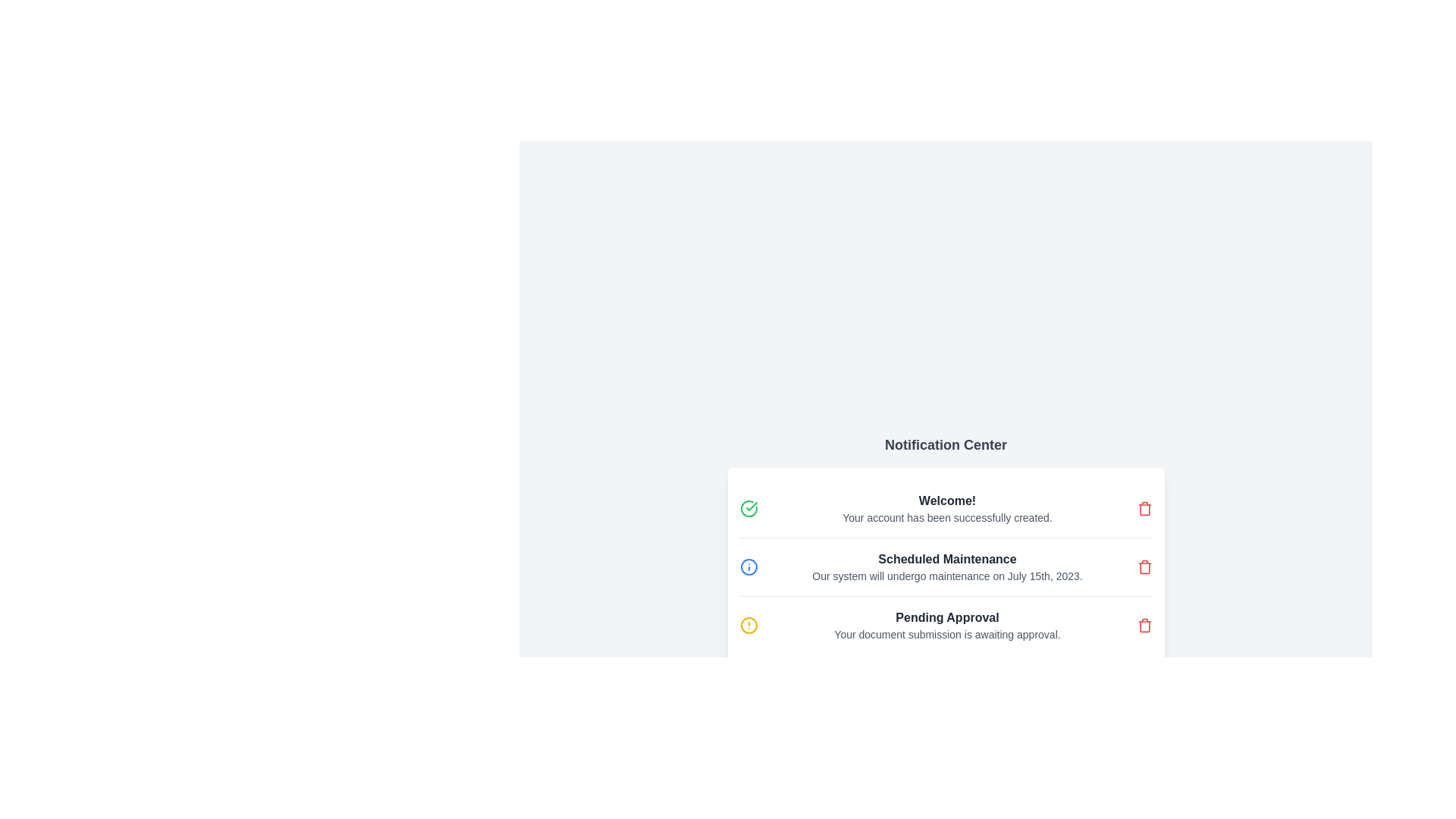 This screenshot has height=819, width=1456. I want to click on text of the second Informational Notification Item, which contains 'Scheduled Maintenance' and details about the maintenance on July 15th, 2023, so click(945, 567).